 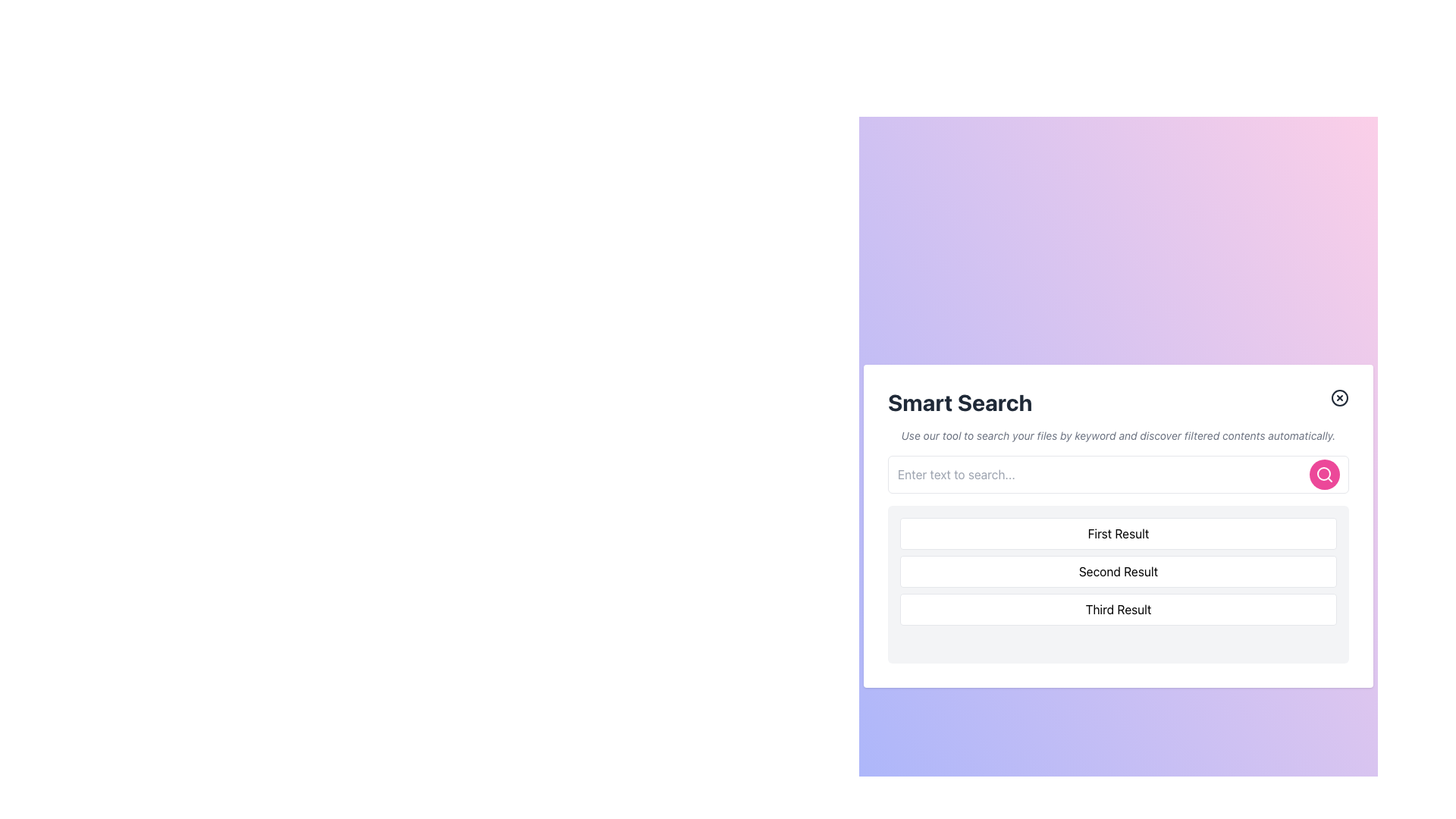 What do you see at coordinates (1323, 472) in the screenshot?
I see `the SVG Circle that visually represents part of a search icon, located in the top right corner of the search input box` at bounding box center [1323, 472].